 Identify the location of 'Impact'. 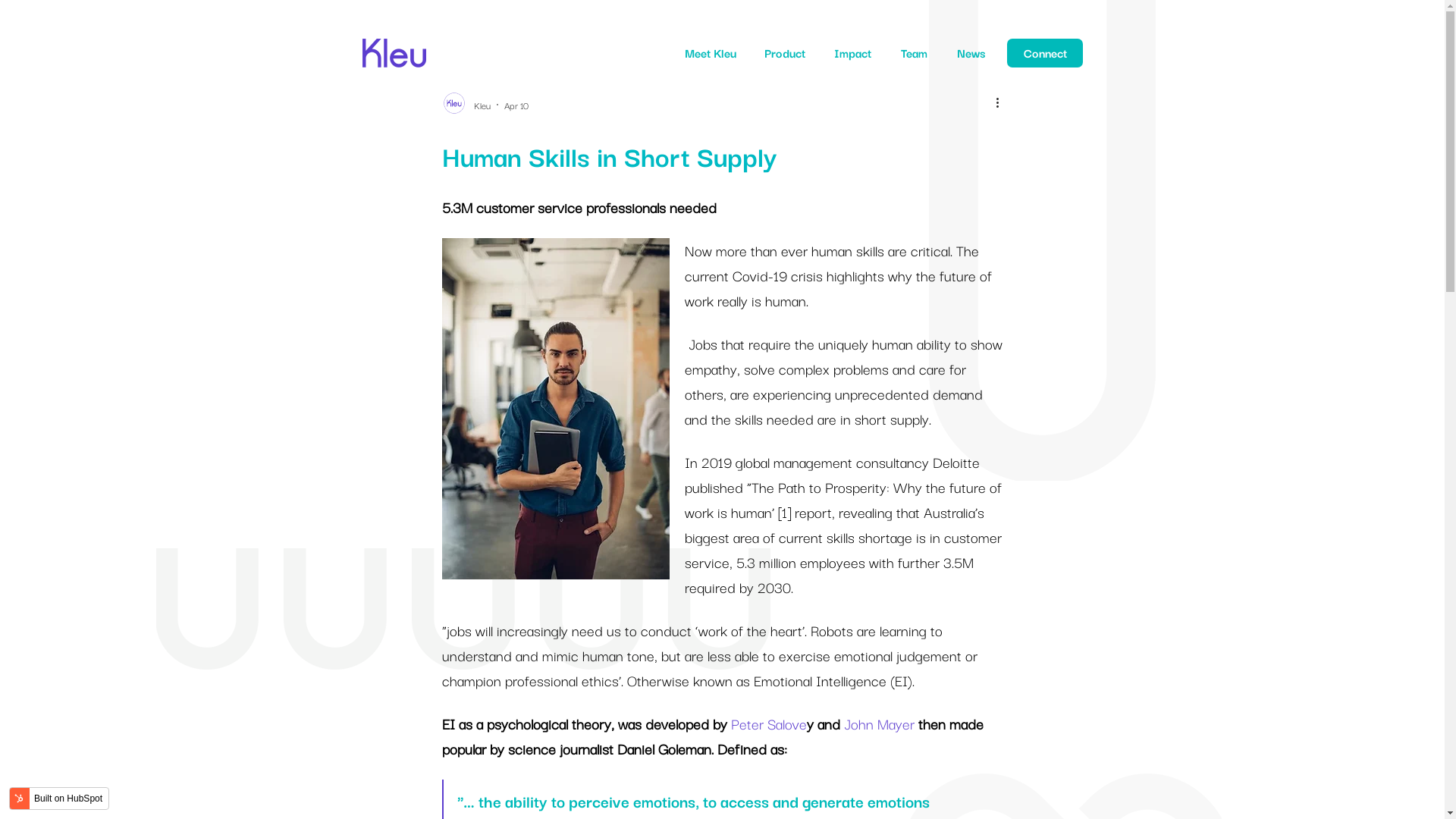
(852, 52).